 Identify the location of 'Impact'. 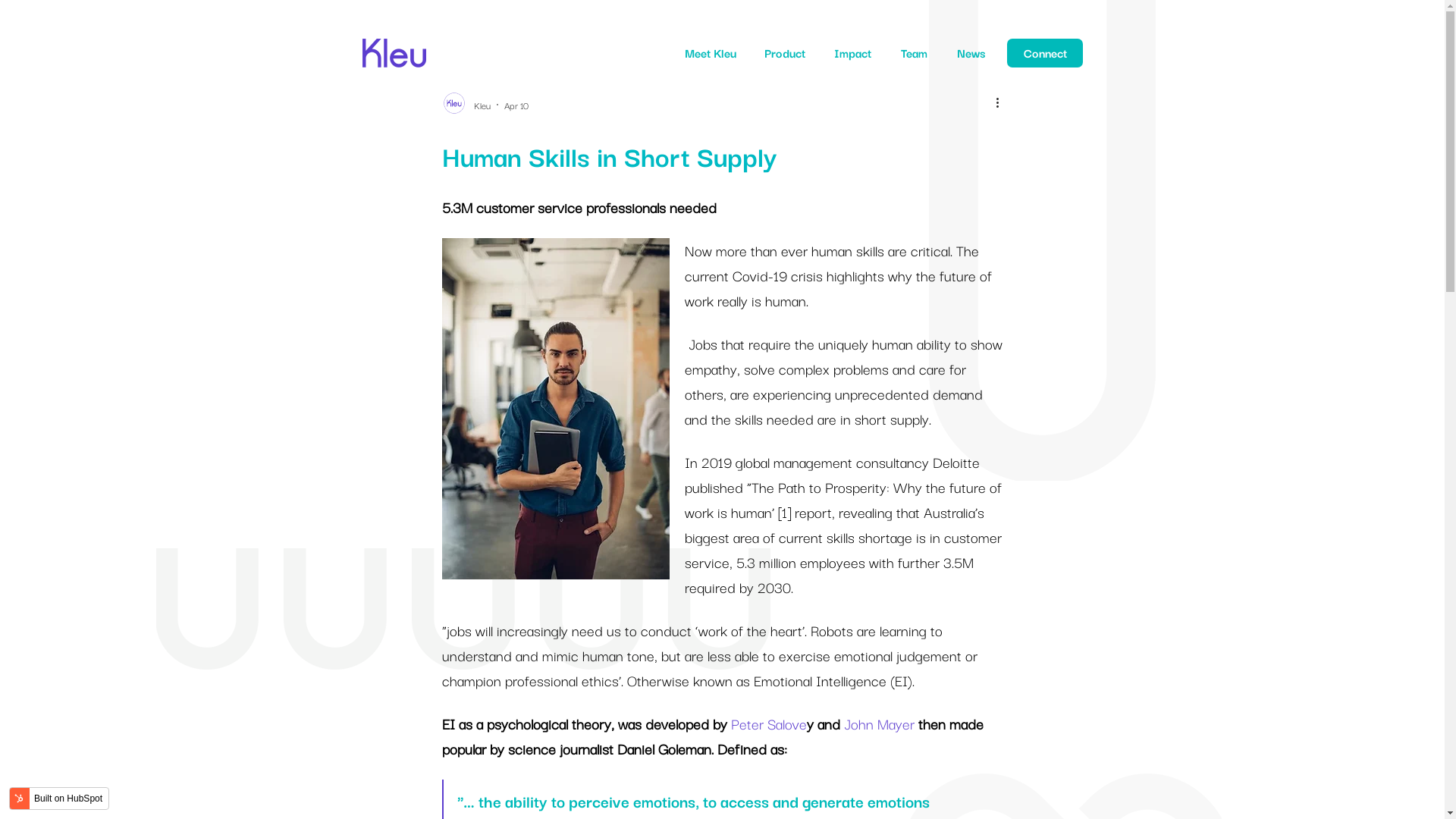
(852, 52).